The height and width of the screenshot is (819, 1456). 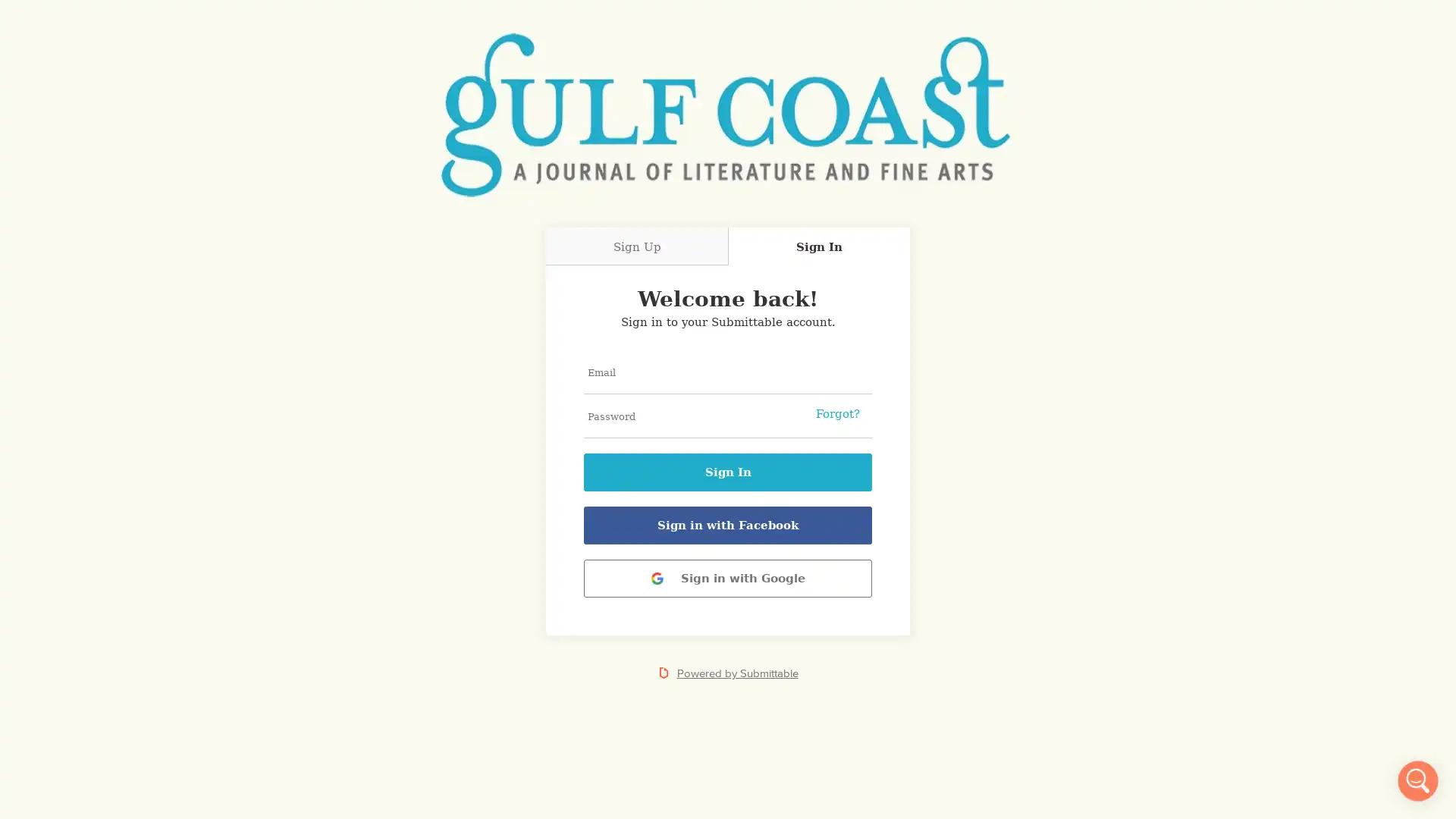 I want to click on Sign In, so click(x=728, y=472).